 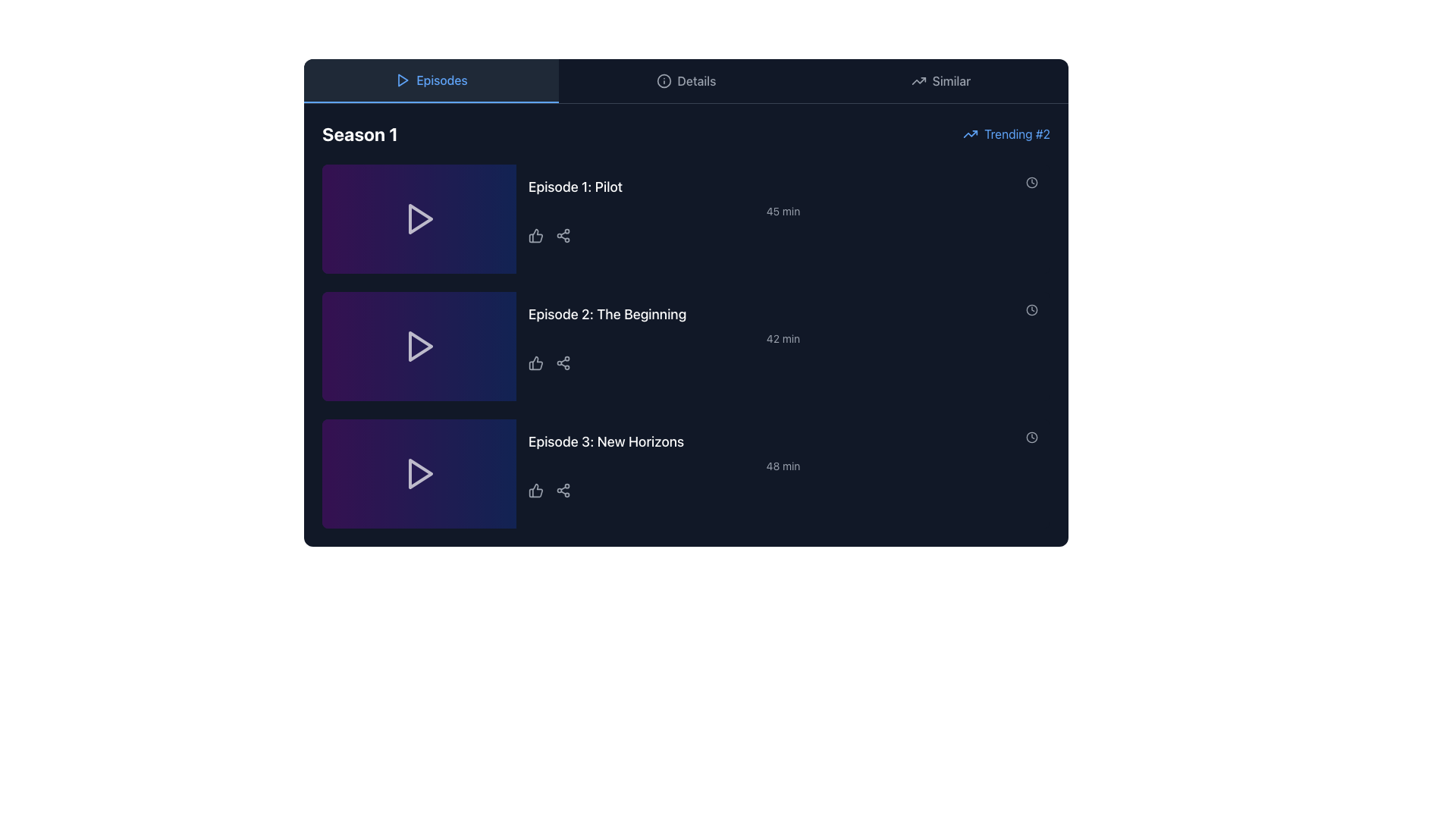 I want to click on the second list item that displays the title and runtime of a specific episode in the series, located below 'Episode 1: Pilot' and above 'Episode 3: New Horizons', so click(x=783, y=346).